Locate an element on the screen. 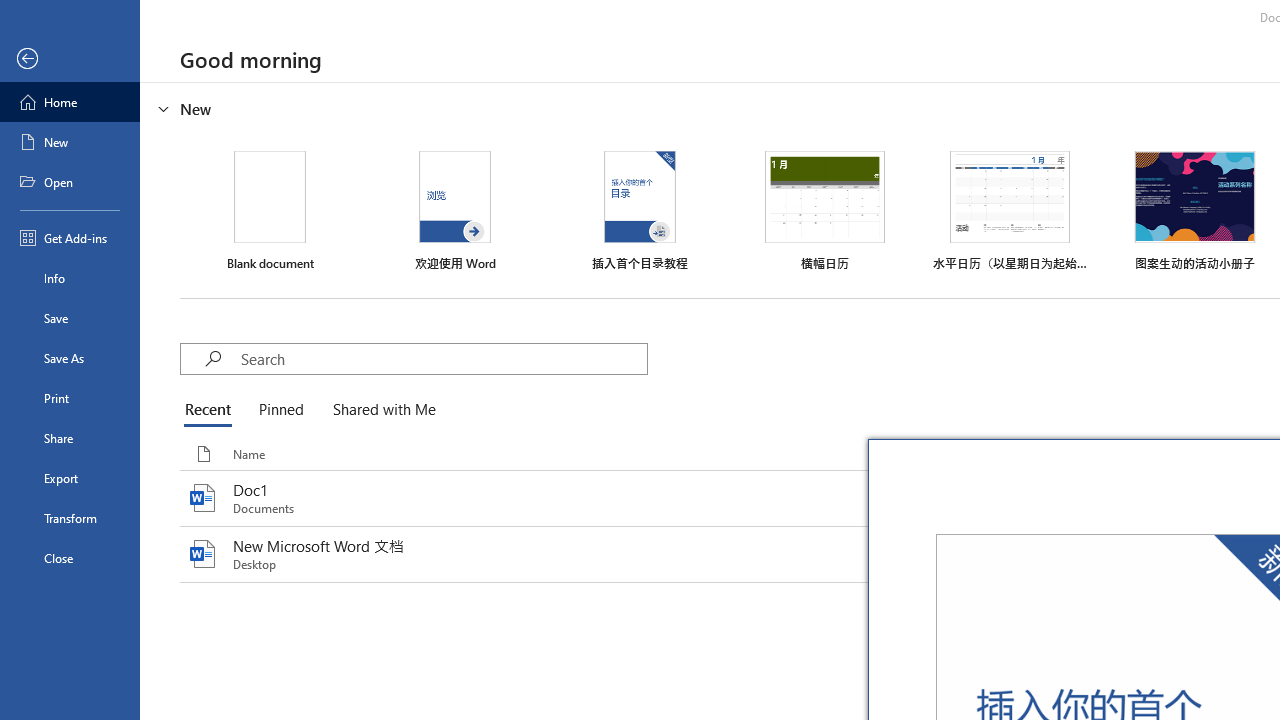 This screenshot has height=720, width=1280. 'Pinned' is located at coordinates (279, 410).